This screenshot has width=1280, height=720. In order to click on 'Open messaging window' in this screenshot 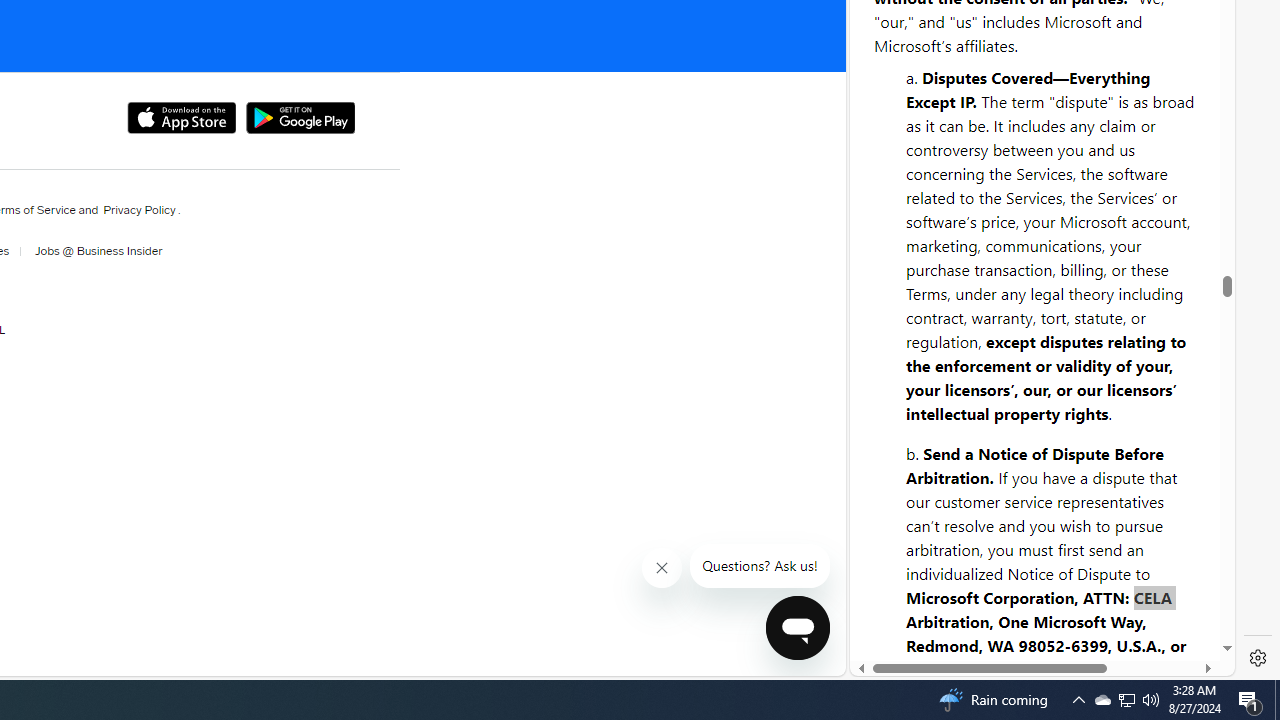, I will do `click(796, 627)`.